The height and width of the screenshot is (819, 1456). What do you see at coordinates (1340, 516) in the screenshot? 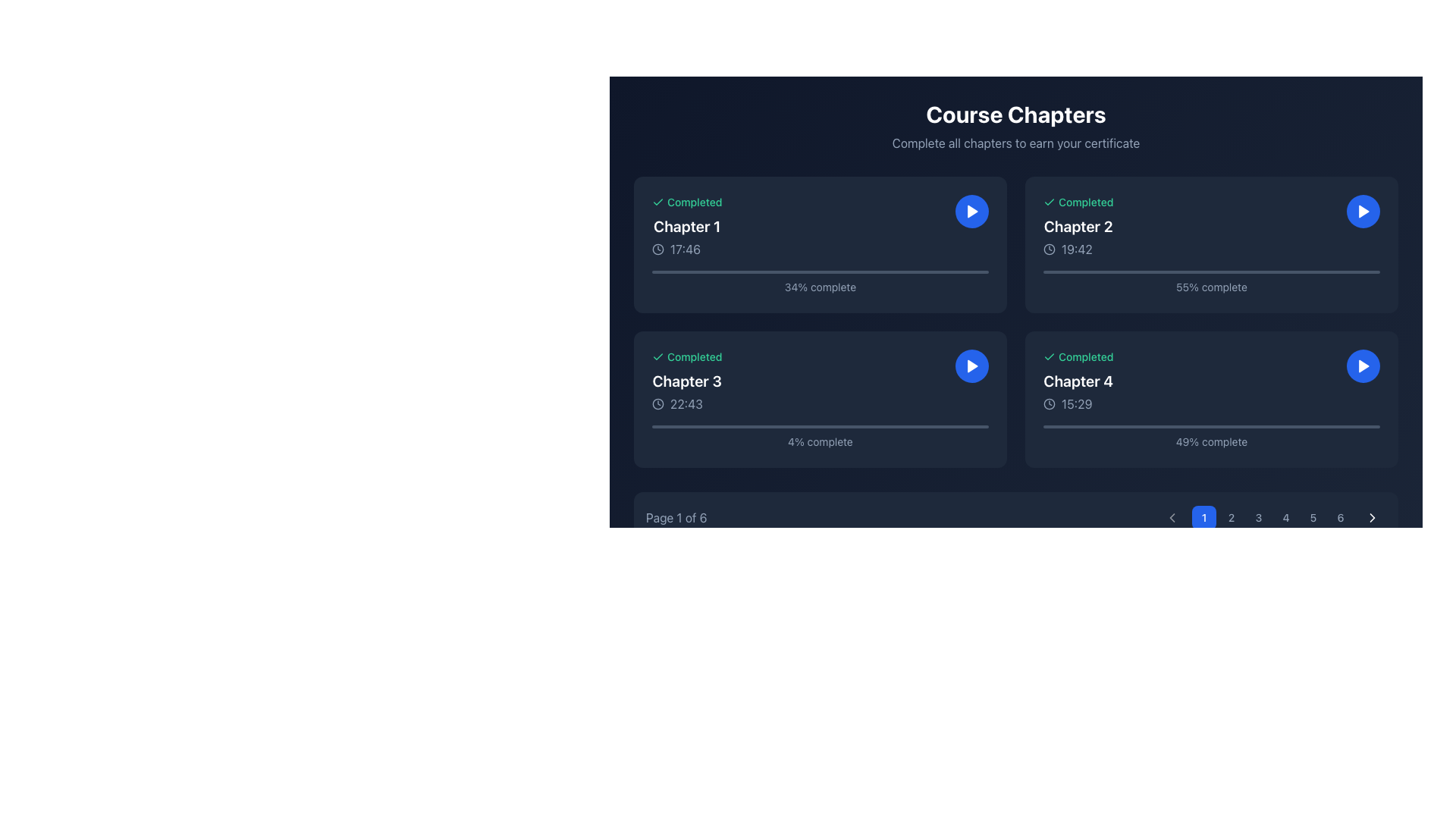
I see `the circular button labeled '6' with a light gray font` at bounding box center [1340, 516].